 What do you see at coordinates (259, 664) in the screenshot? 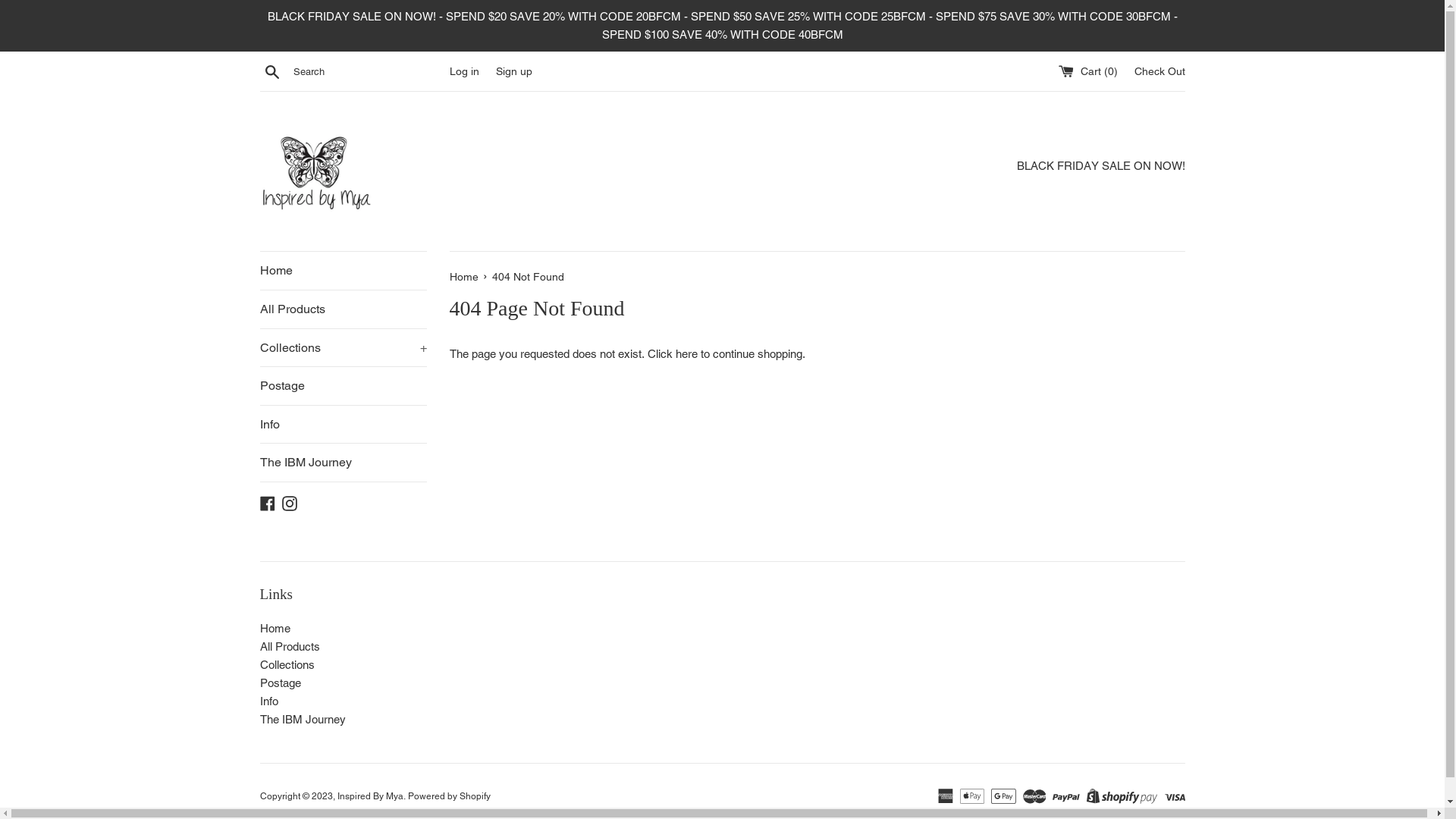
I see `'Collections'` at bounding box center [259, 664].